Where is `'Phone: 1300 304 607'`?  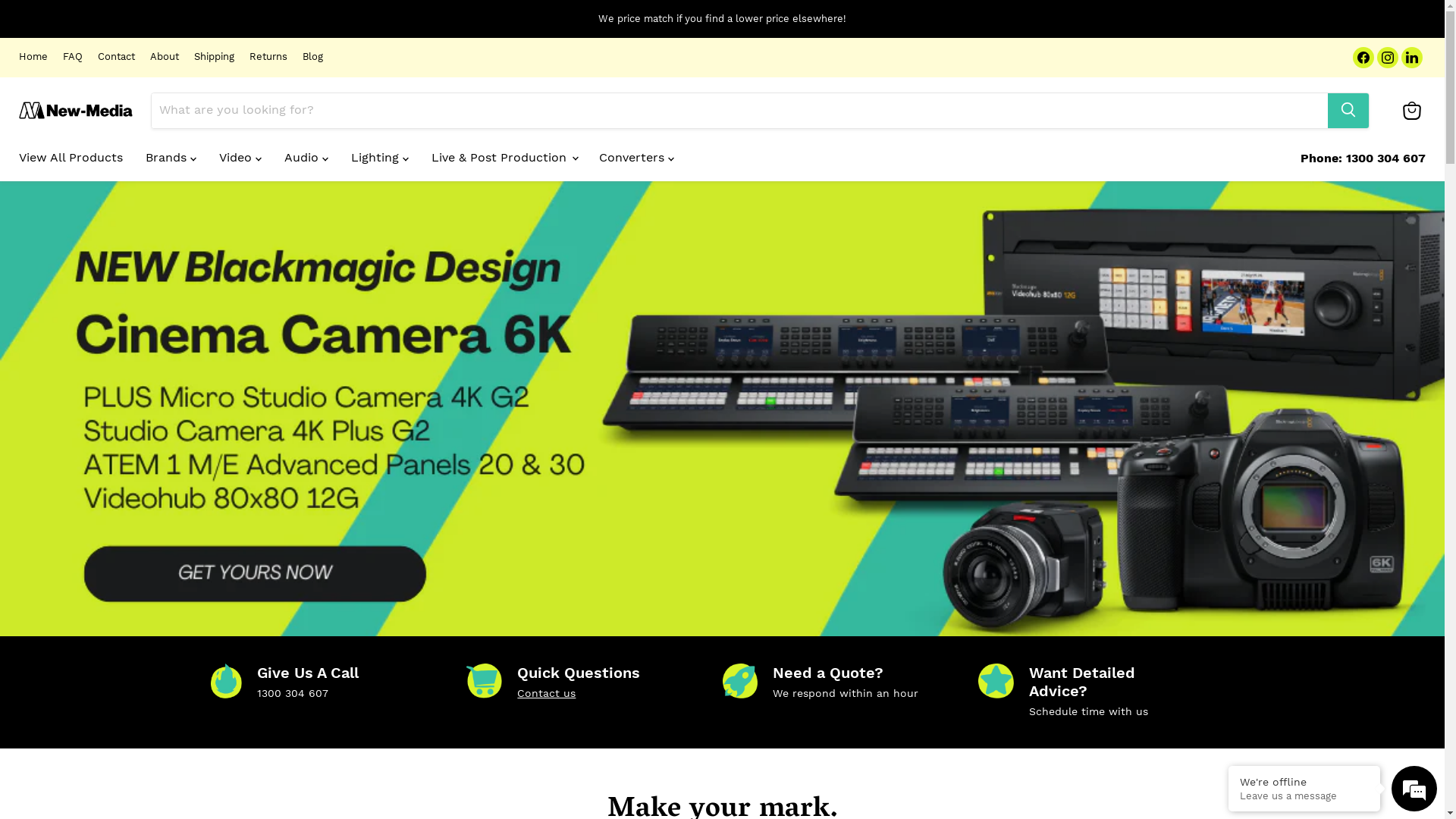 'Phone: 1300 304 607' is located at coordinates (1363, 158).